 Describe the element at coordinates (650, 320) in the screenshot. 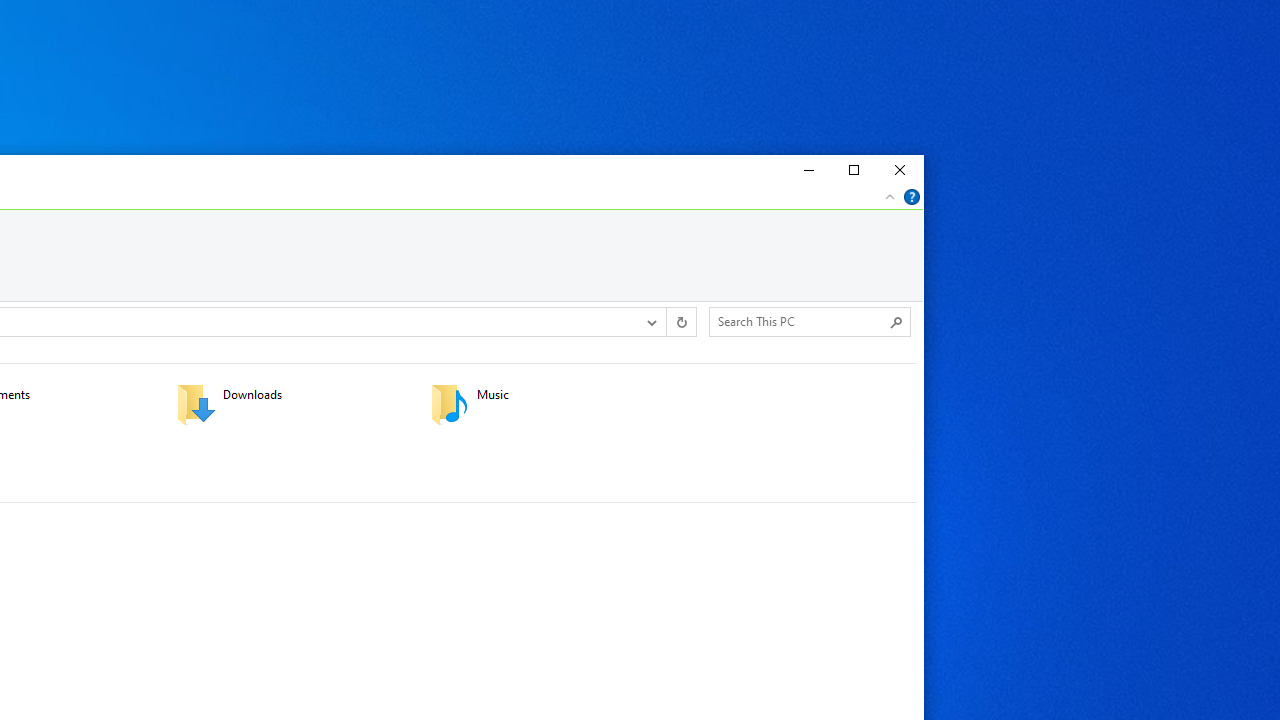

I see `'Previous Locations'` at that location.